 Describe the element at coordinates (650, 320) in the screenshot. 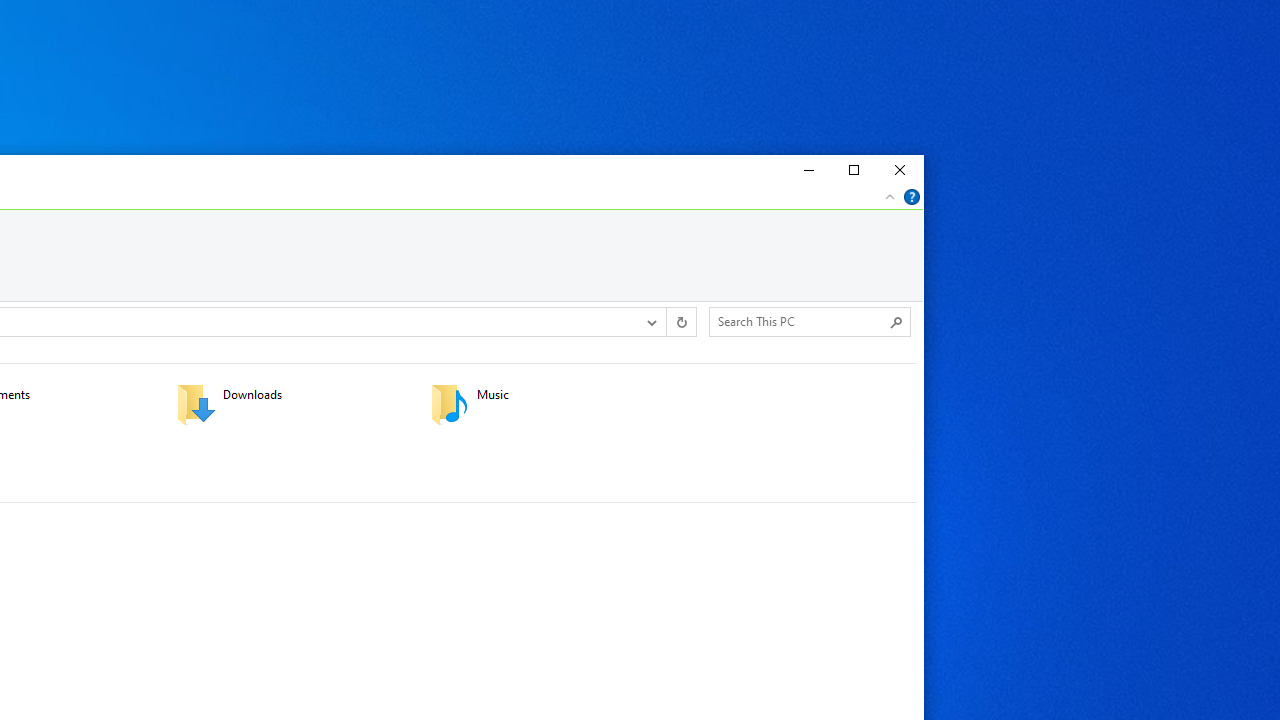

I see `'Previous Locations'` at that location.